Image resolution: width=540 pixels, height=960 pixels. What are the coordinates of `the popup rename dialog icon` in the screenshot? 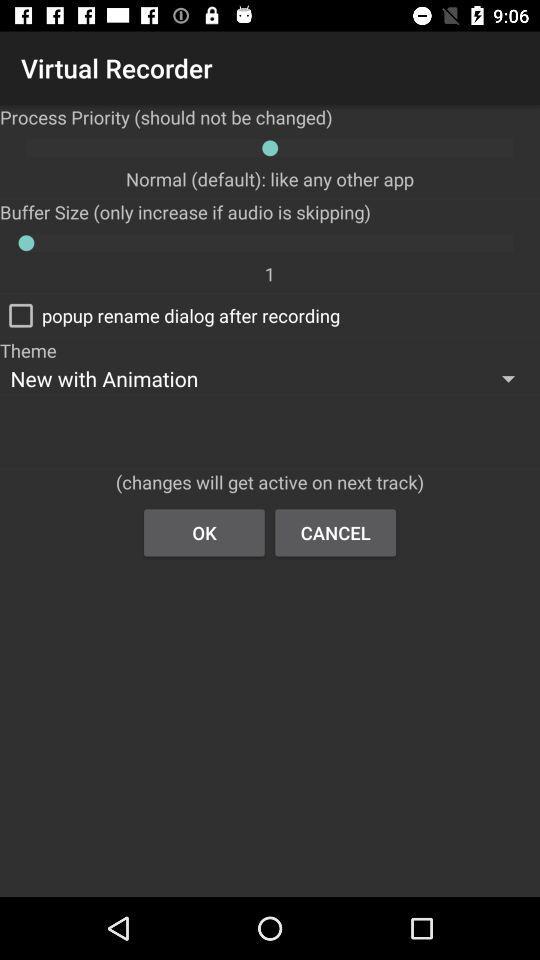 It's located at (170, 315).